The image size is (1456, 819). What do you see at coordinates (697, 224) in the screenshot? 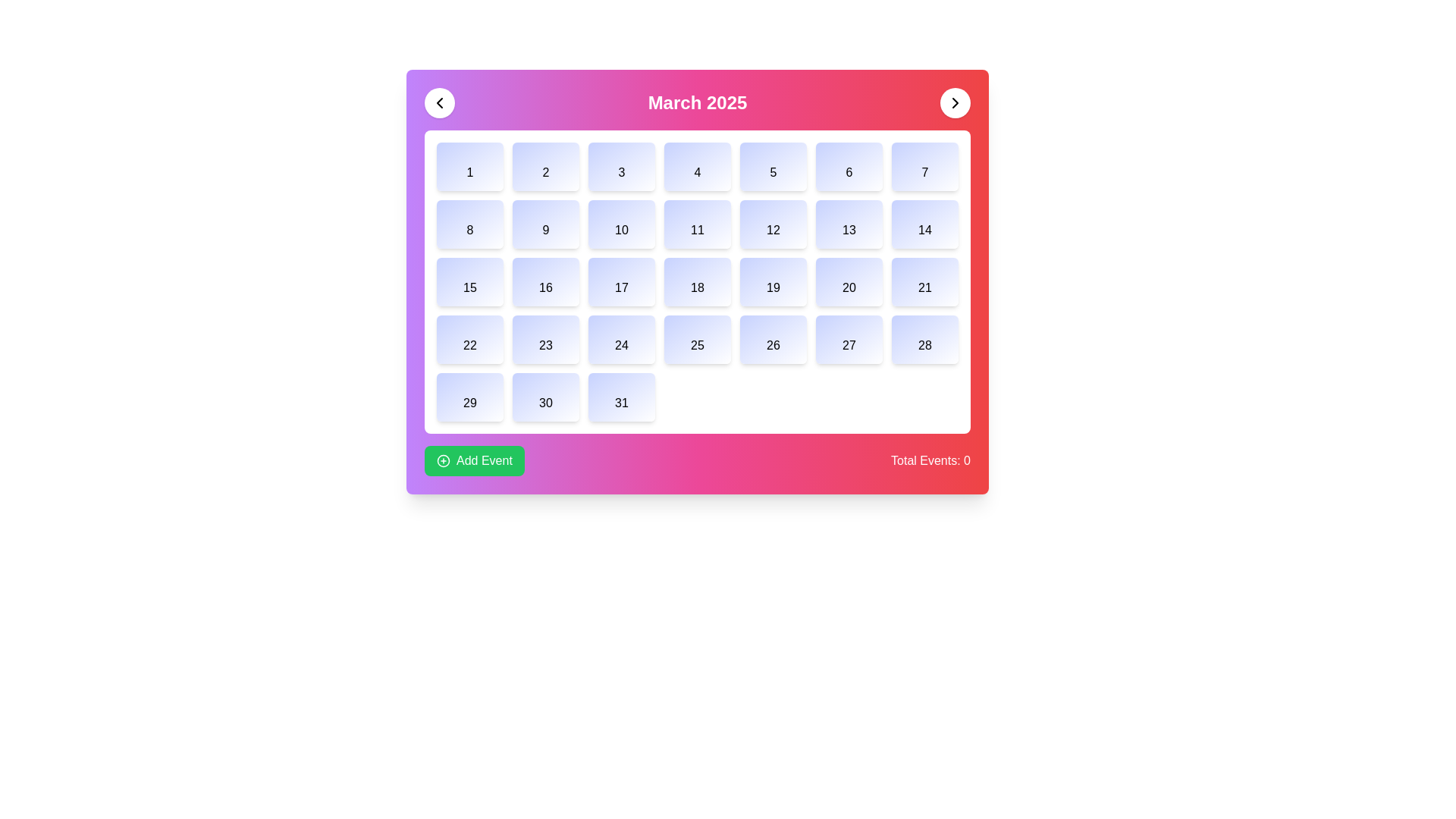
I see `the calendar day box representing the 11th in the second row and fourth column of the calendar grid` at bounding box center [697, 224].